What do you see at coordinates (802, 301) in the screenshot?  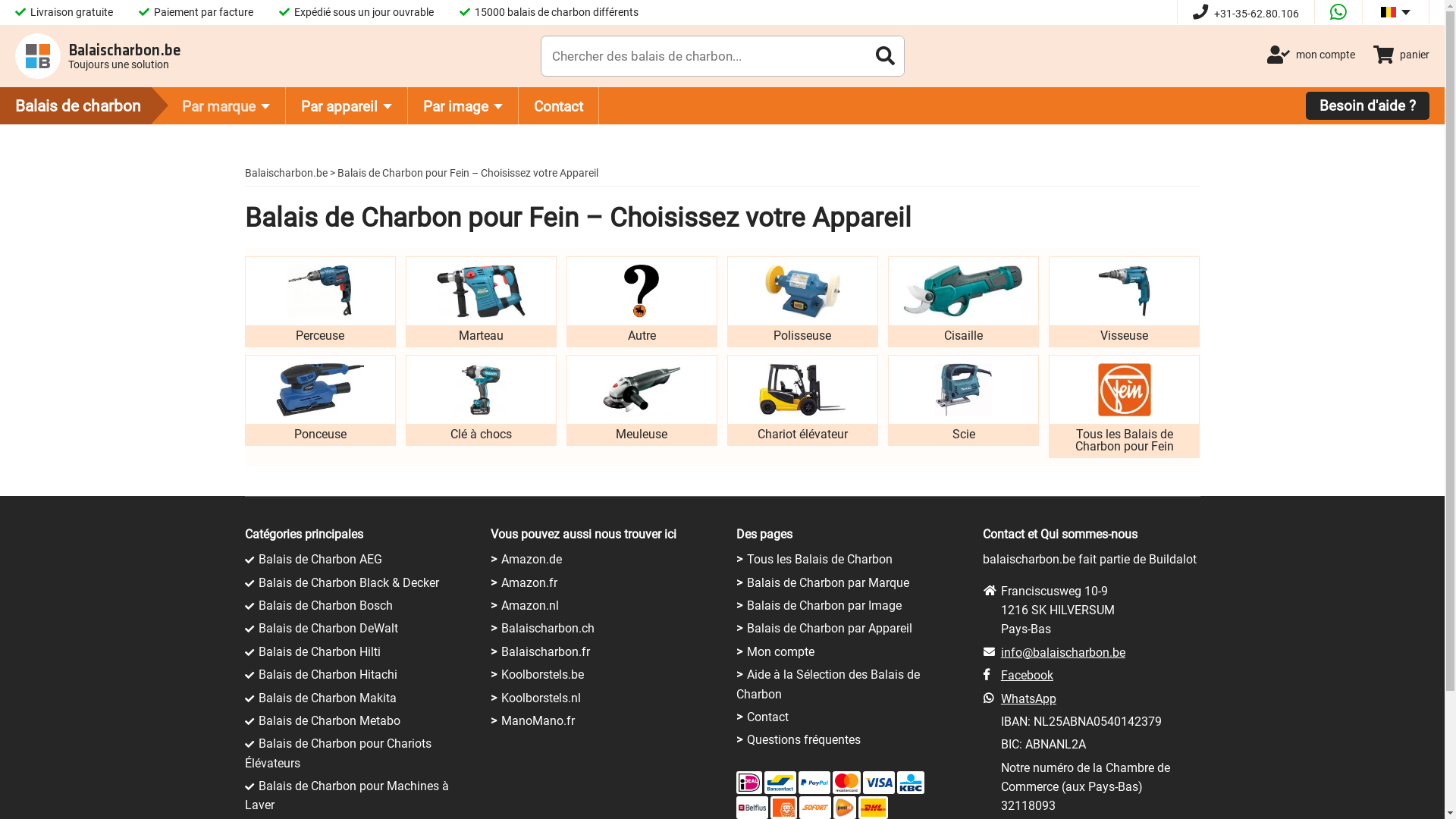 I see `'Polisseuse'` at bounding box center [802, 301].